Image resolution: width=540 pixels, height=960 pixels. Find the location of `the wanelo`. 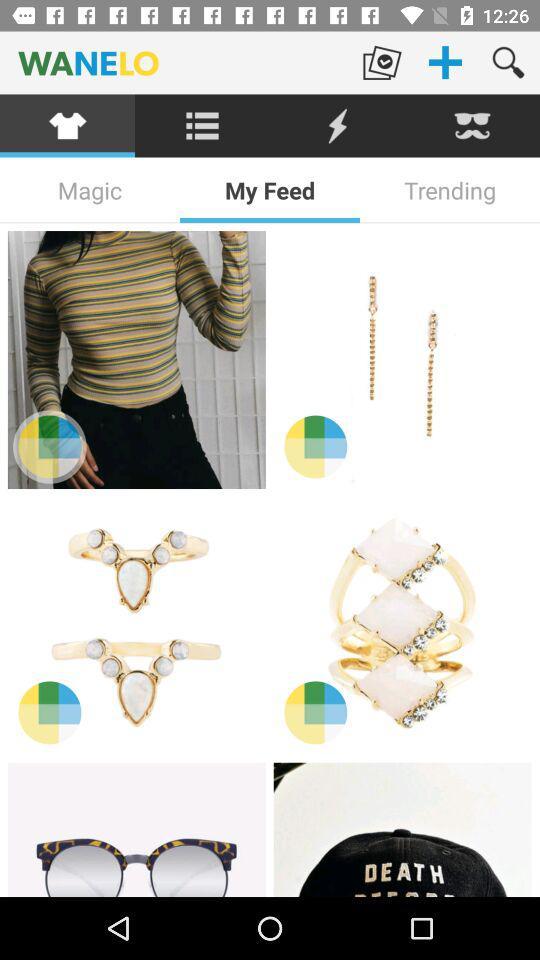

the wanelo is located at coordinates (175, 62).